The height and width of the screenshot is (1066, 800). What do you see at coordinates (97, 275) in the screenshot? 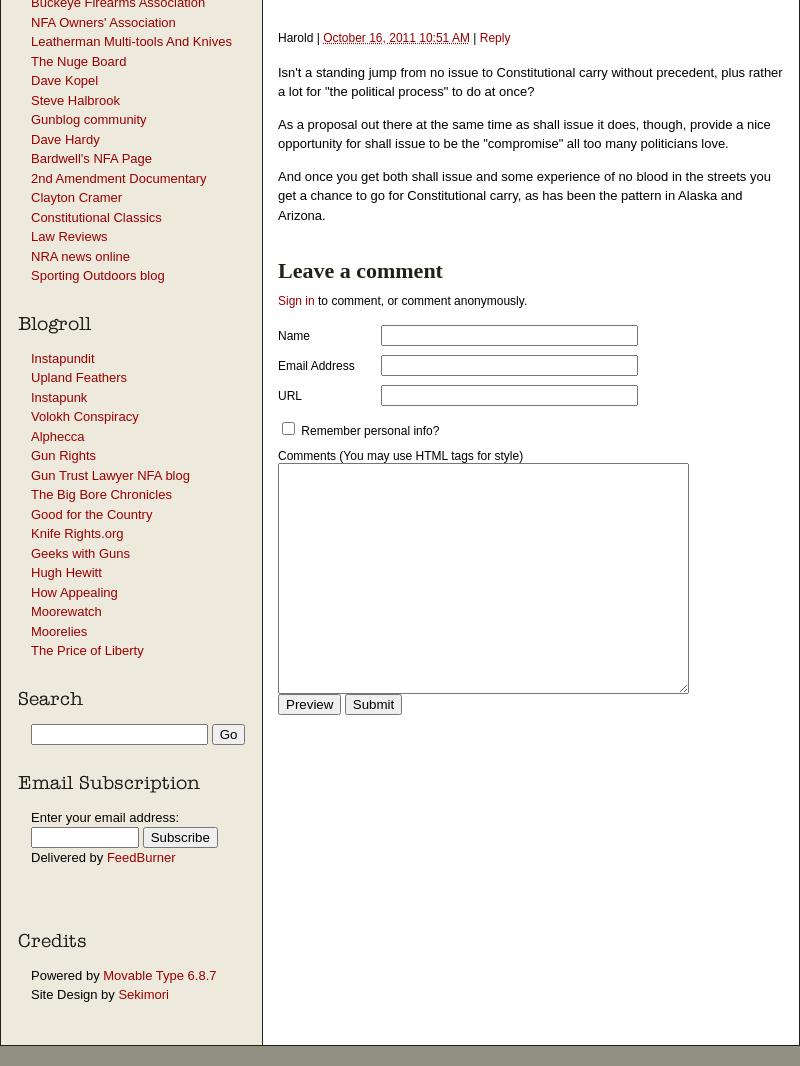
I see `'Sporting Outdoors blog'` at bounding box center [97, 275].